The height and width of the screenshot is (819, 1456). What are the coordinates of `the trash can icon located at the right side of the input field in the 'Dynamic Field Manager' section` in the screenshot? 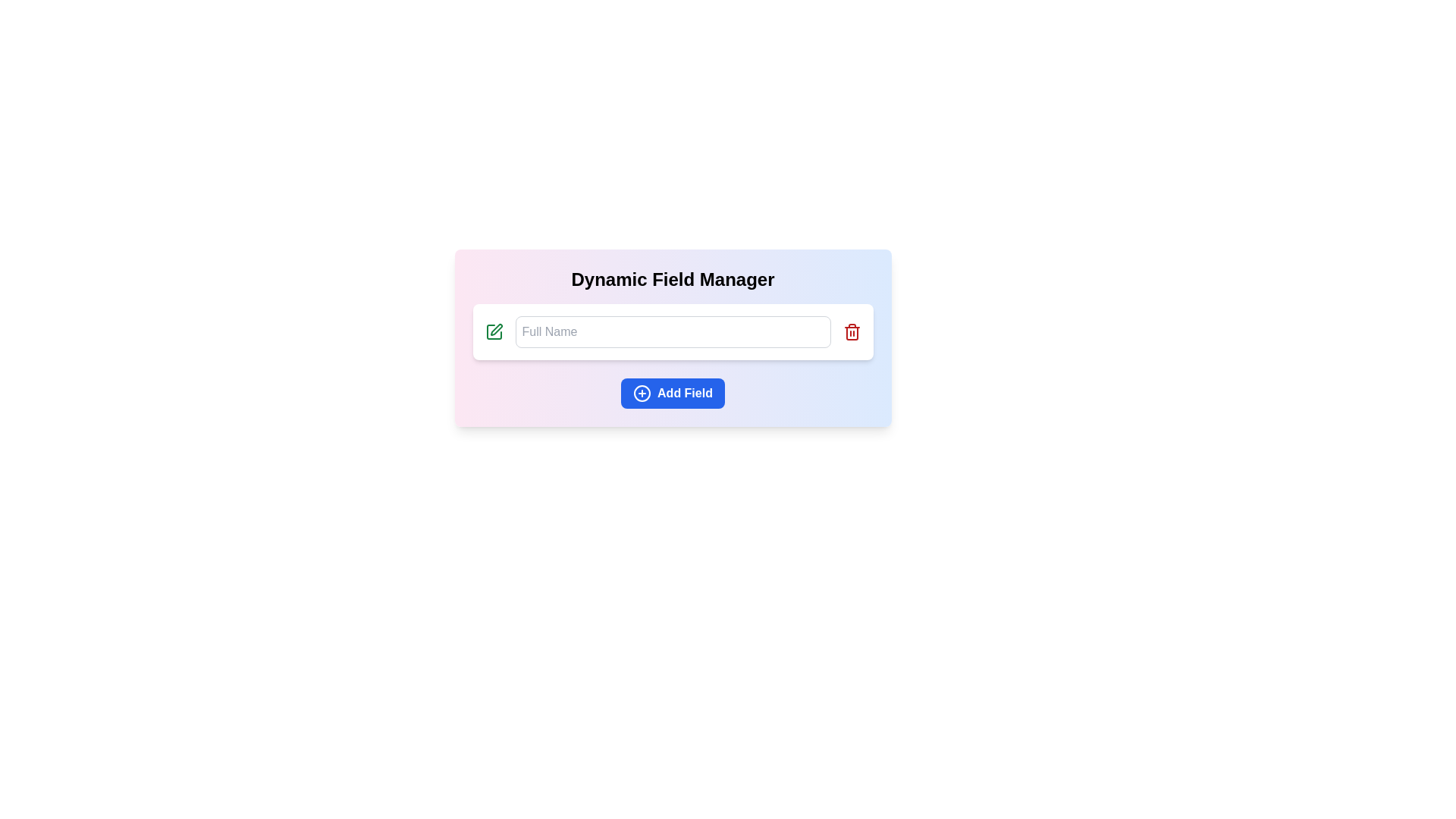 It's located at (852, 332).